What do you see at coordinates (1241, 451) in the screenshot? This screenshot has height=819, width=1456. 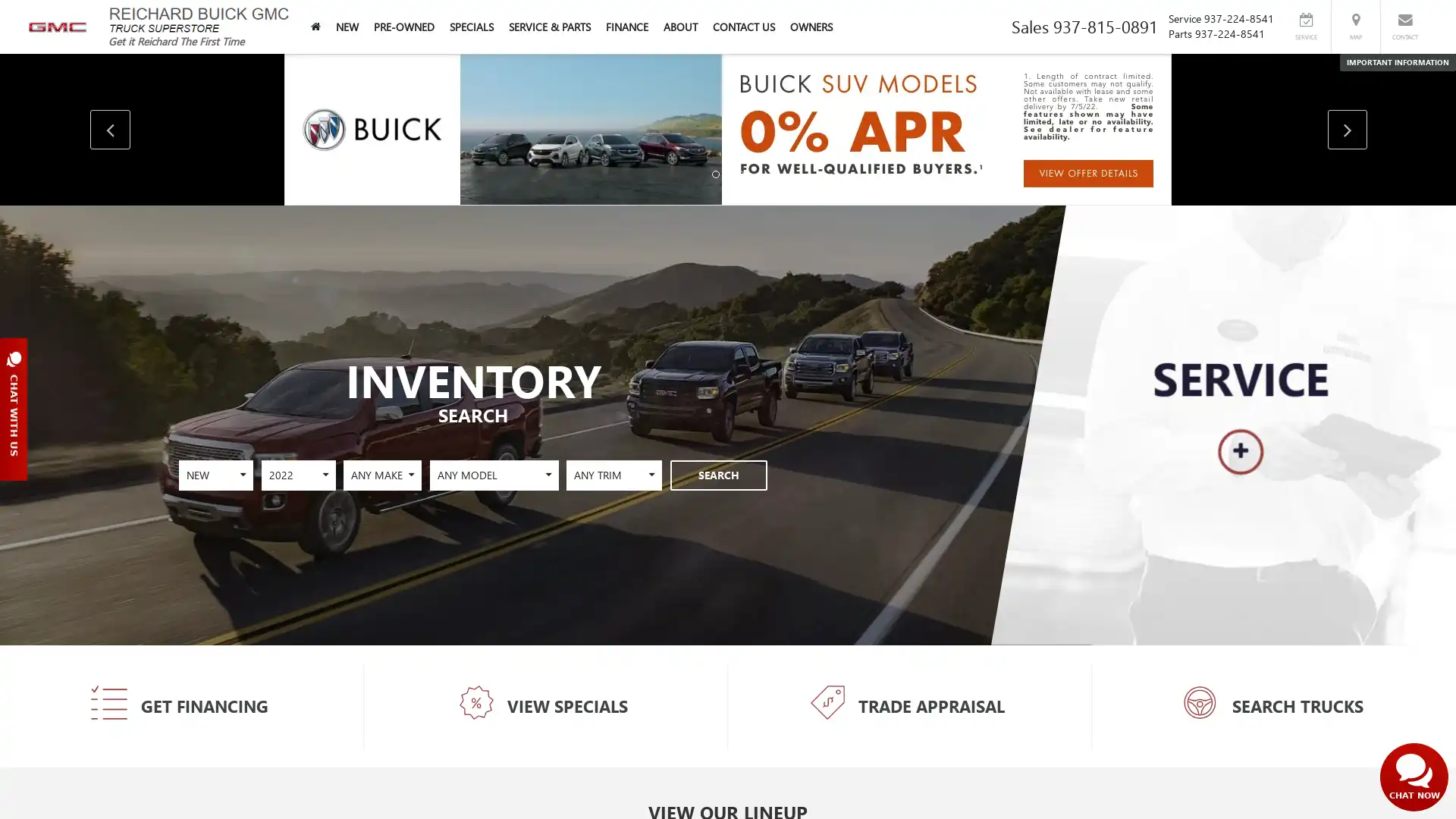 I see `More` at bounding box center [1241, 451].